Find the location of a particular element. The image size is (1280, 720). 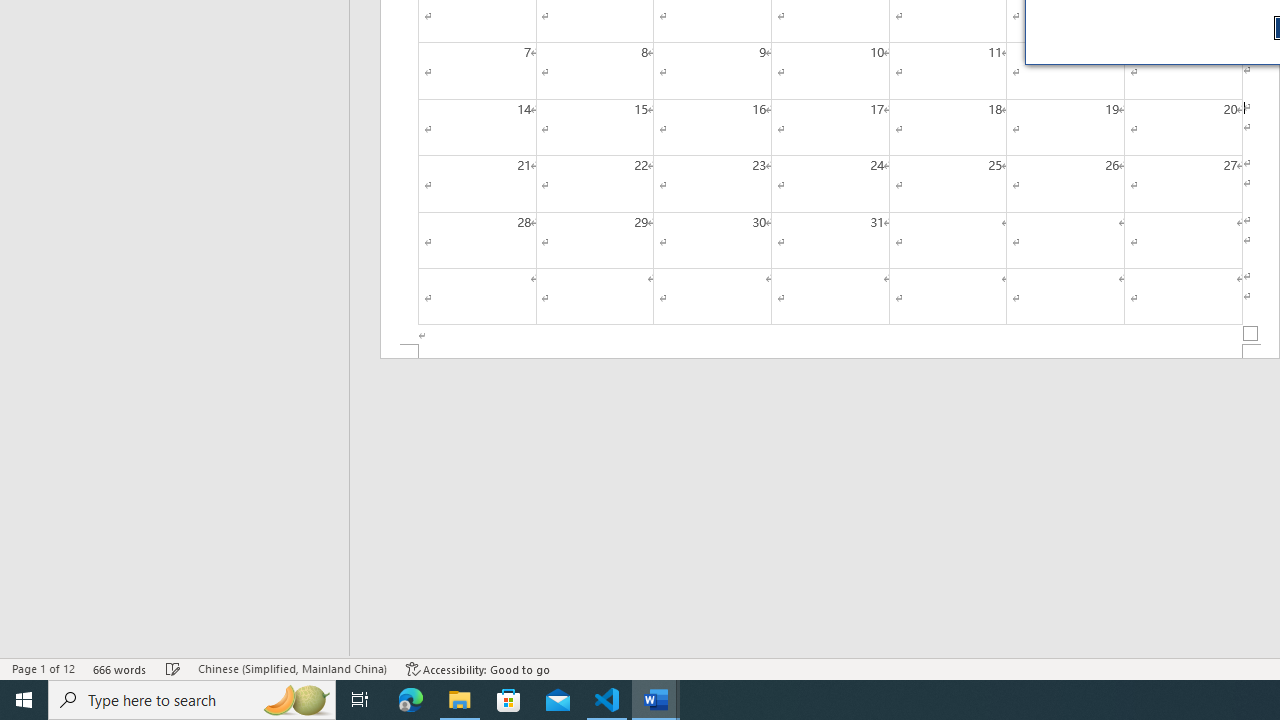

'Word Count 666 words' is located at coordinates (119, 669).